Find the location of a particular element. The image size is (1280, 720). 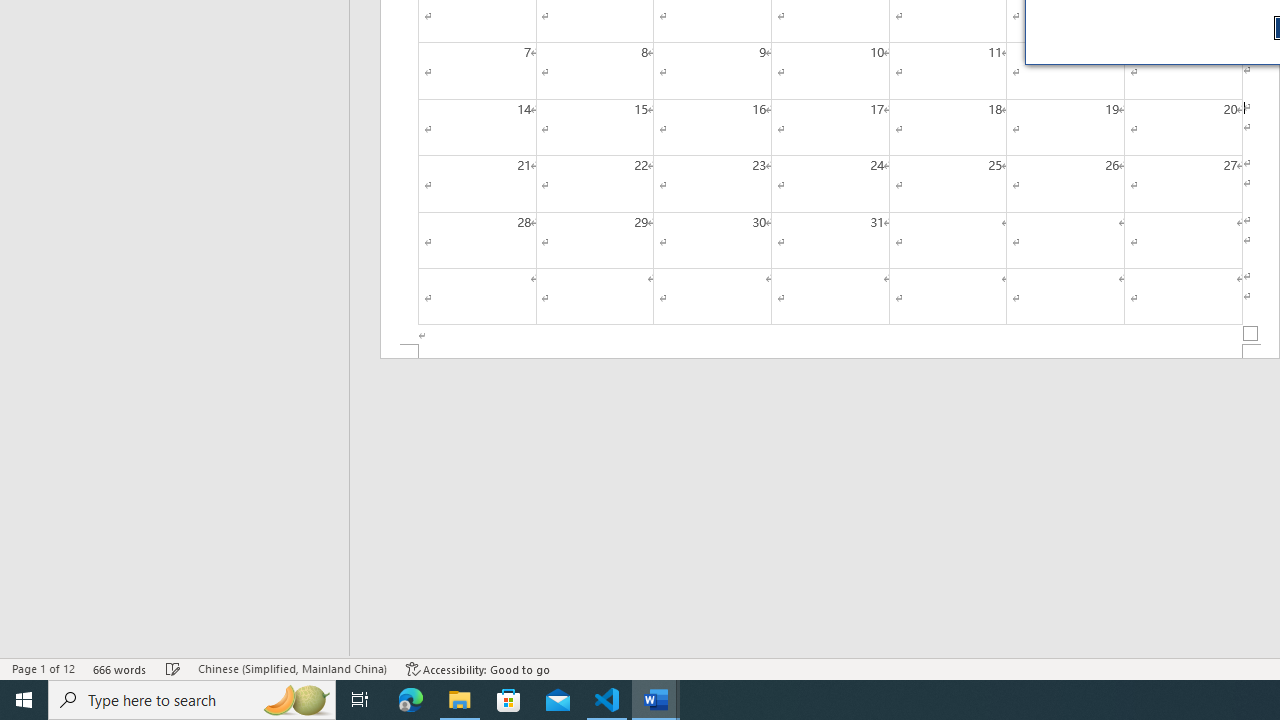

'Word Count 666 words' is located at coordinates (119, 669).